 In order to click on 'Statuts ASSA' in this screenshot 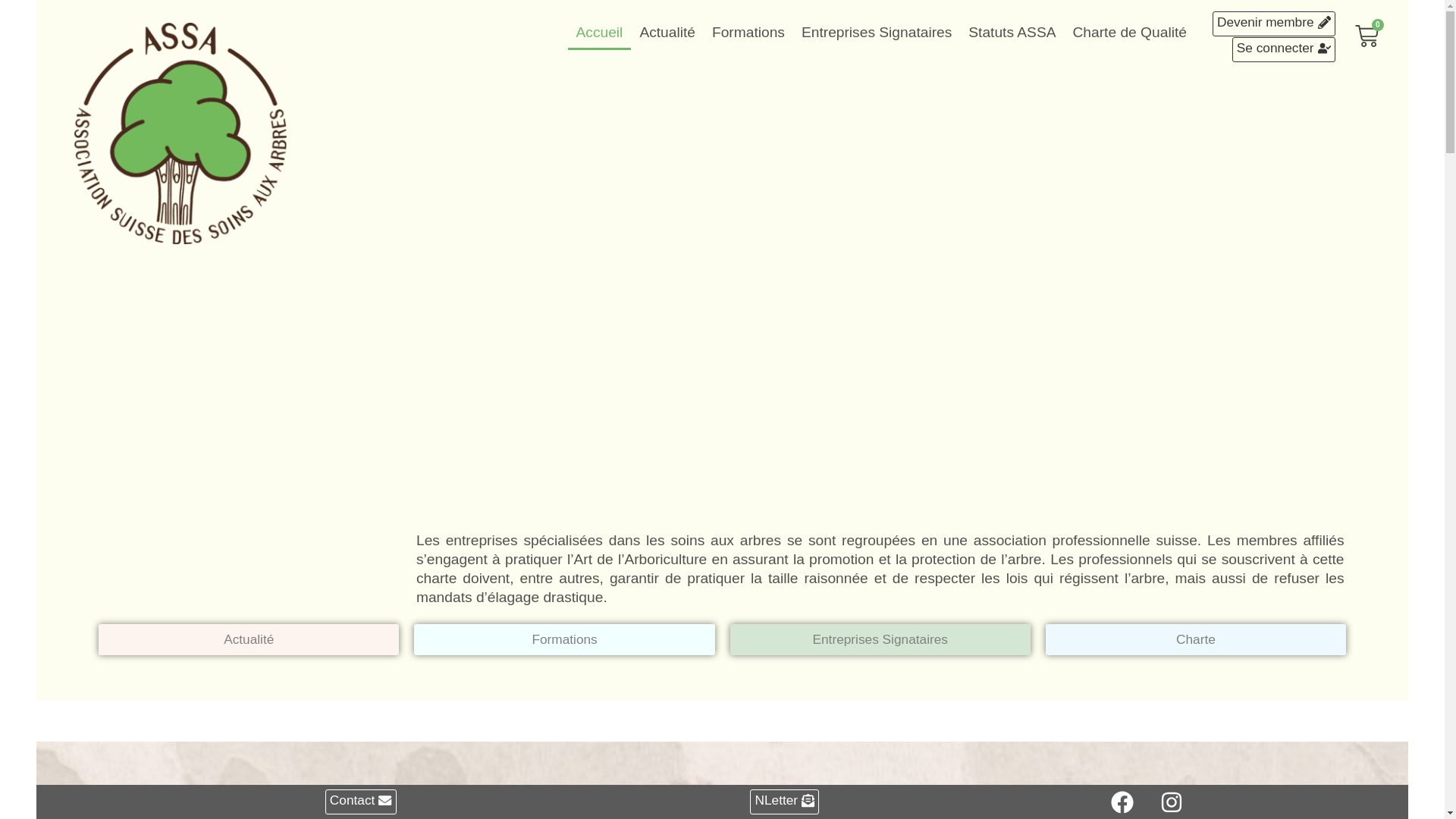, I will do `click(1012, 32)`.